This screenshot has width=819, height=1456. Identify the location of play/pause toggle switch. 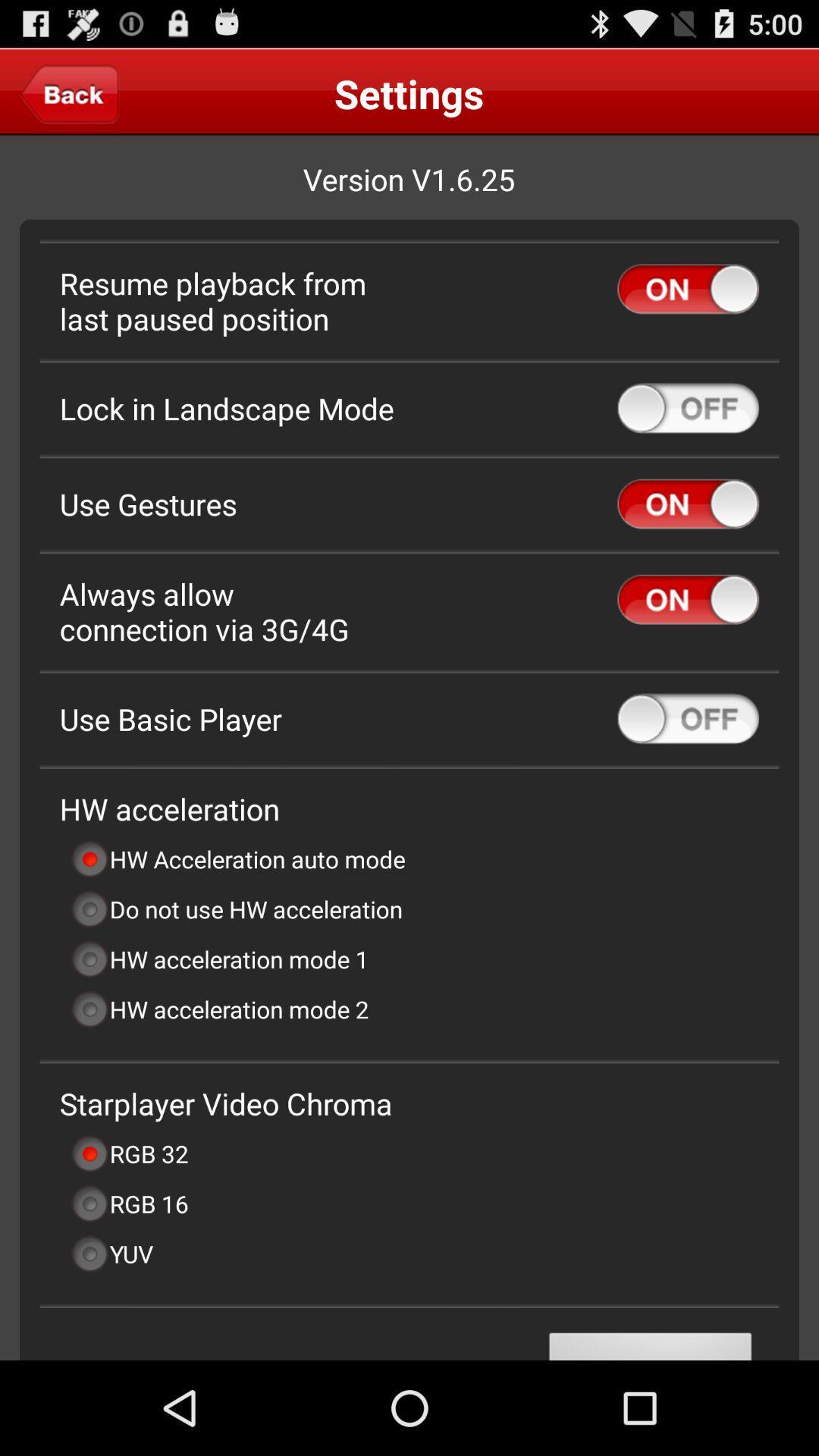
(688, 289).